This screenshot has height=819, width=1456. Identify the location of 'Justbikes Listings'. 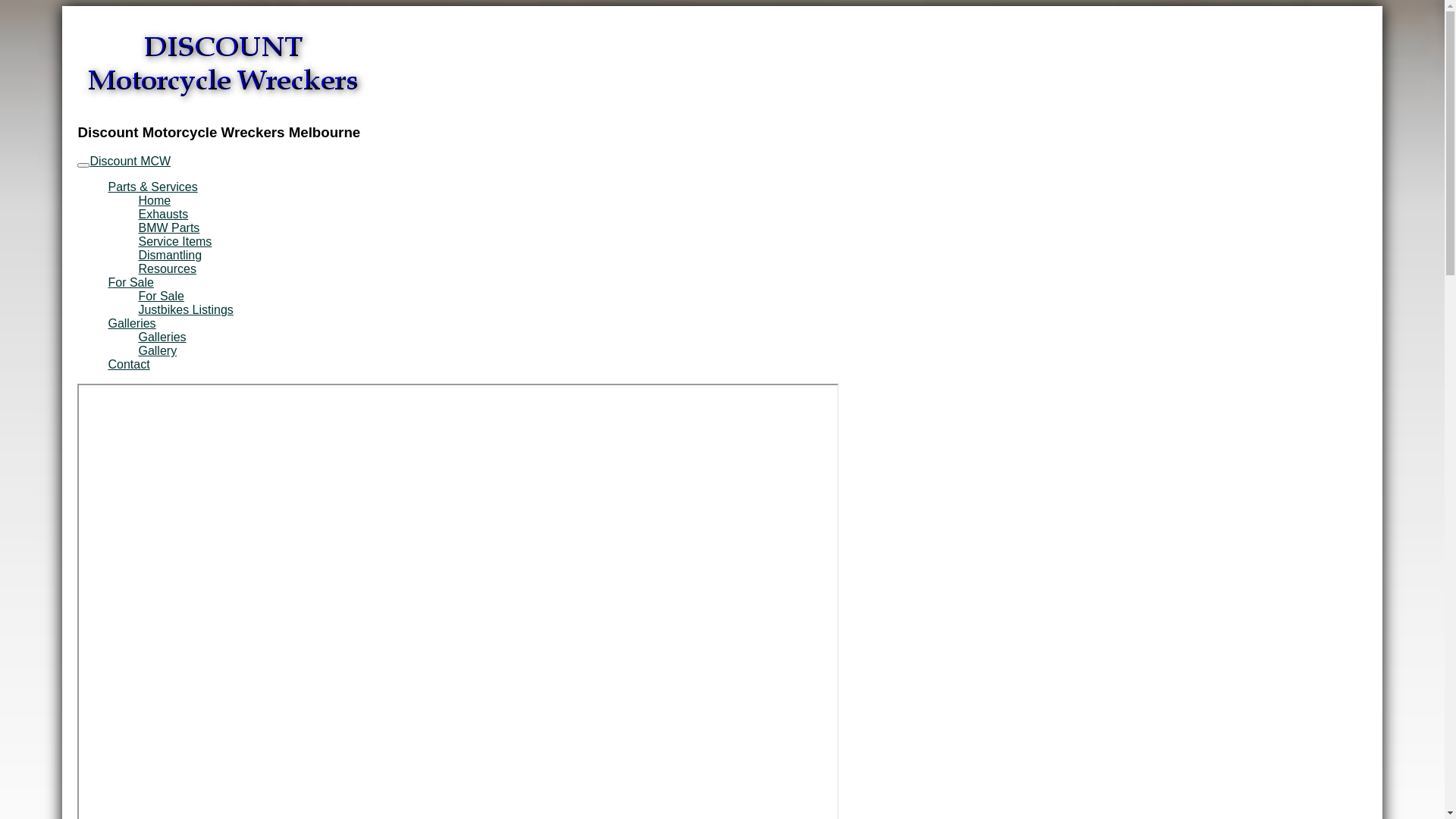
(184, 309).